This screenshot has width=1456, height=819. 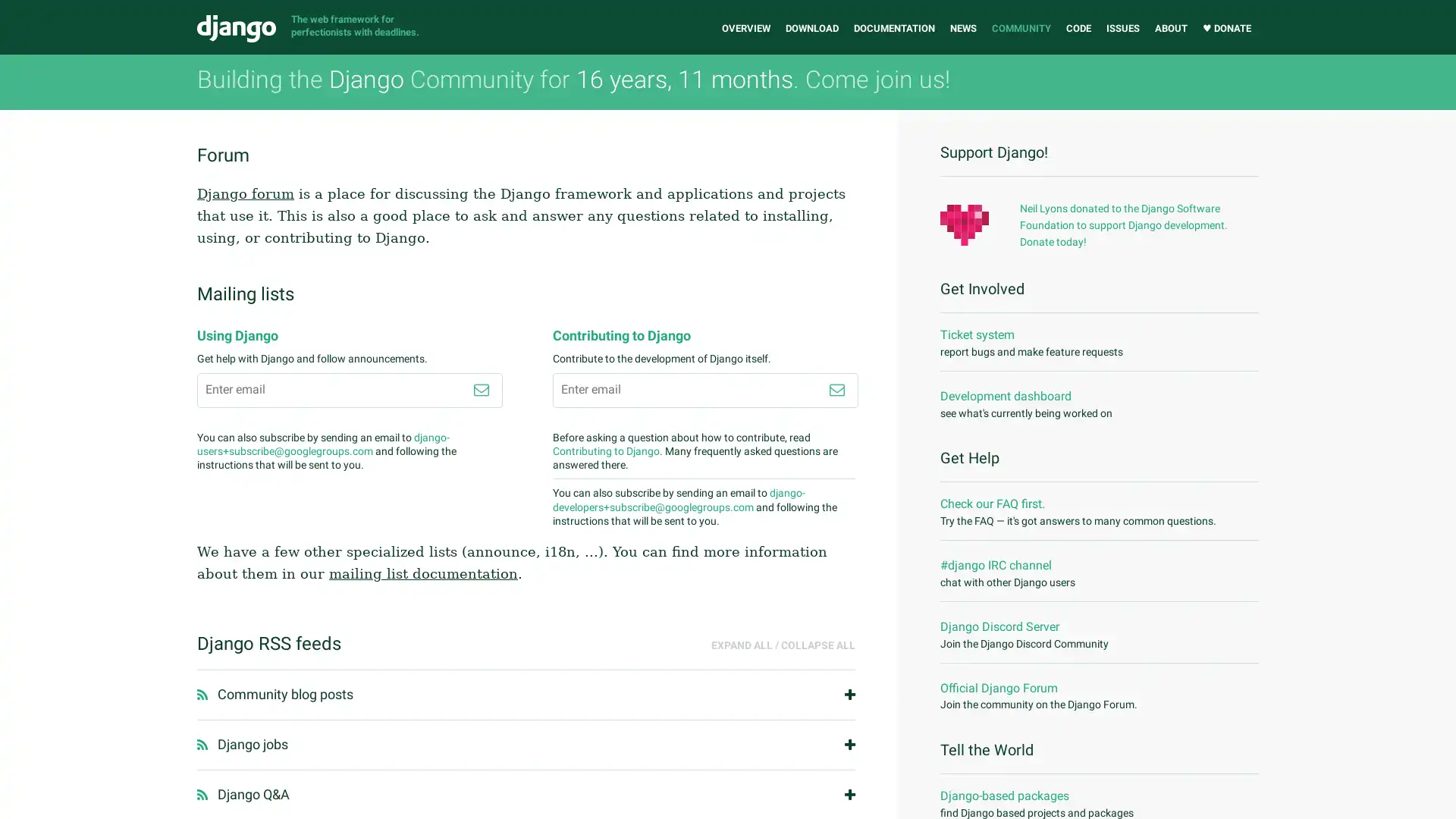 What do you see at coordinates (480, 388) in the screenshot?
I see `Subscribe` at bounding box center [480, 388].